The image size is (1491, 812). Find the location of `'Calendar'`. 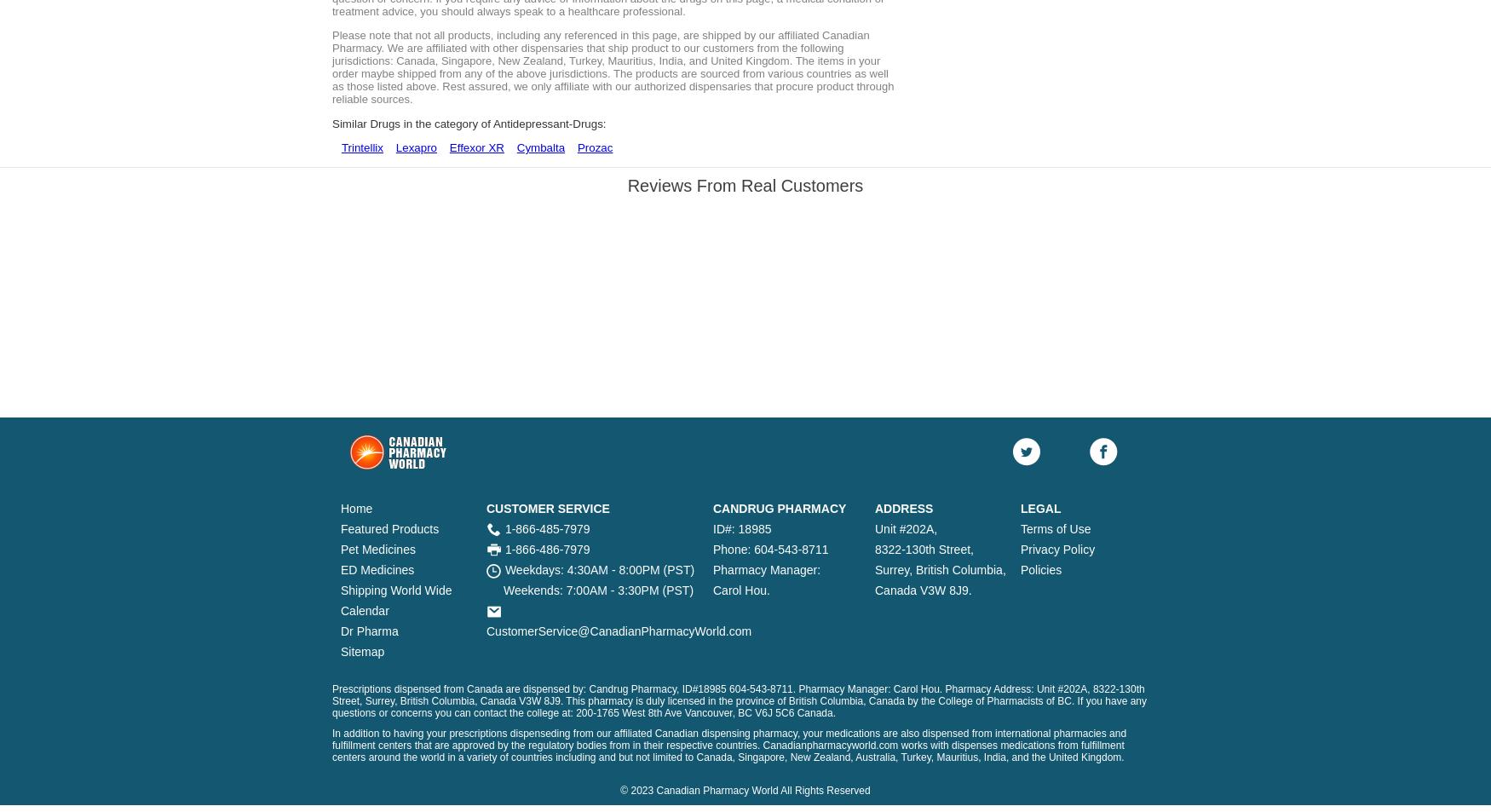

'Calendar' is located at coordinates (364, 611).